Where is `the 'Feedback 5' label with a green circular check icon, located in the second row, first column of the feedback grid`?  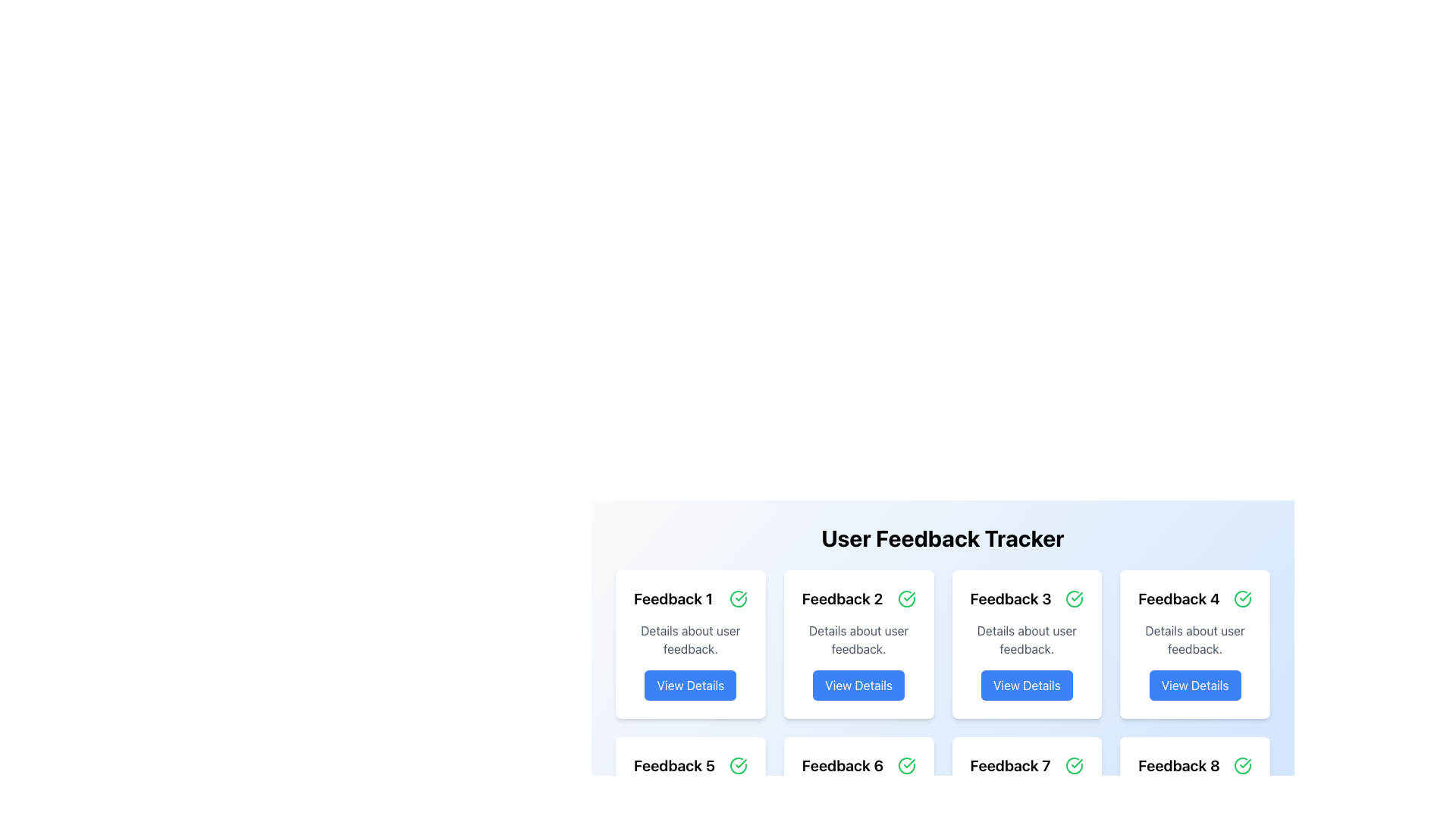 the 'Feedback 5' label with a green circular check icon, located in the second row, first column of the feedback grid is located at coordinates (689, 766).